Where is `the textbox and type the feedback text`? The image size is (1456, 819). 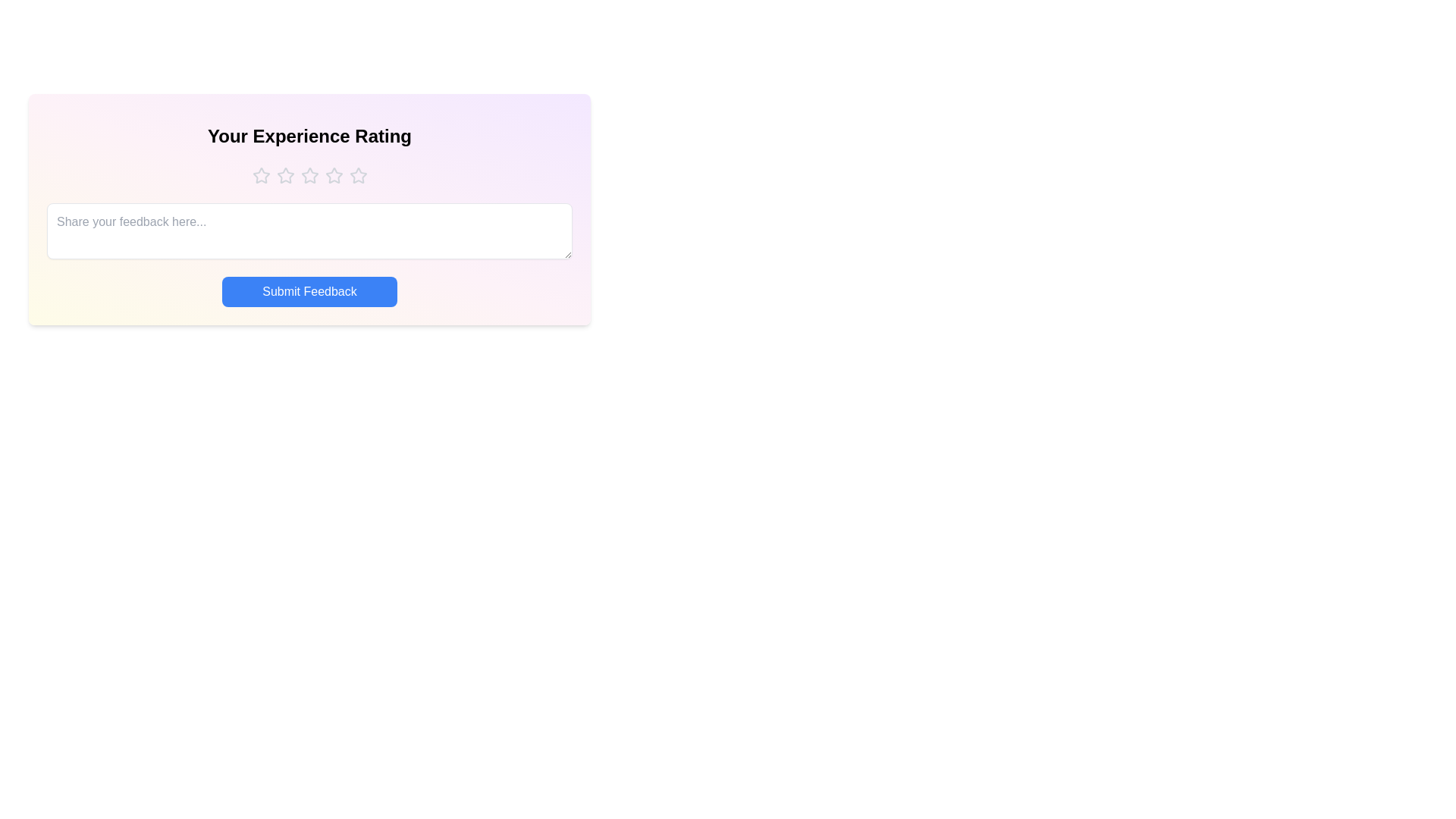 the textbox and type the feedback text is located at coordinates (309, 231).